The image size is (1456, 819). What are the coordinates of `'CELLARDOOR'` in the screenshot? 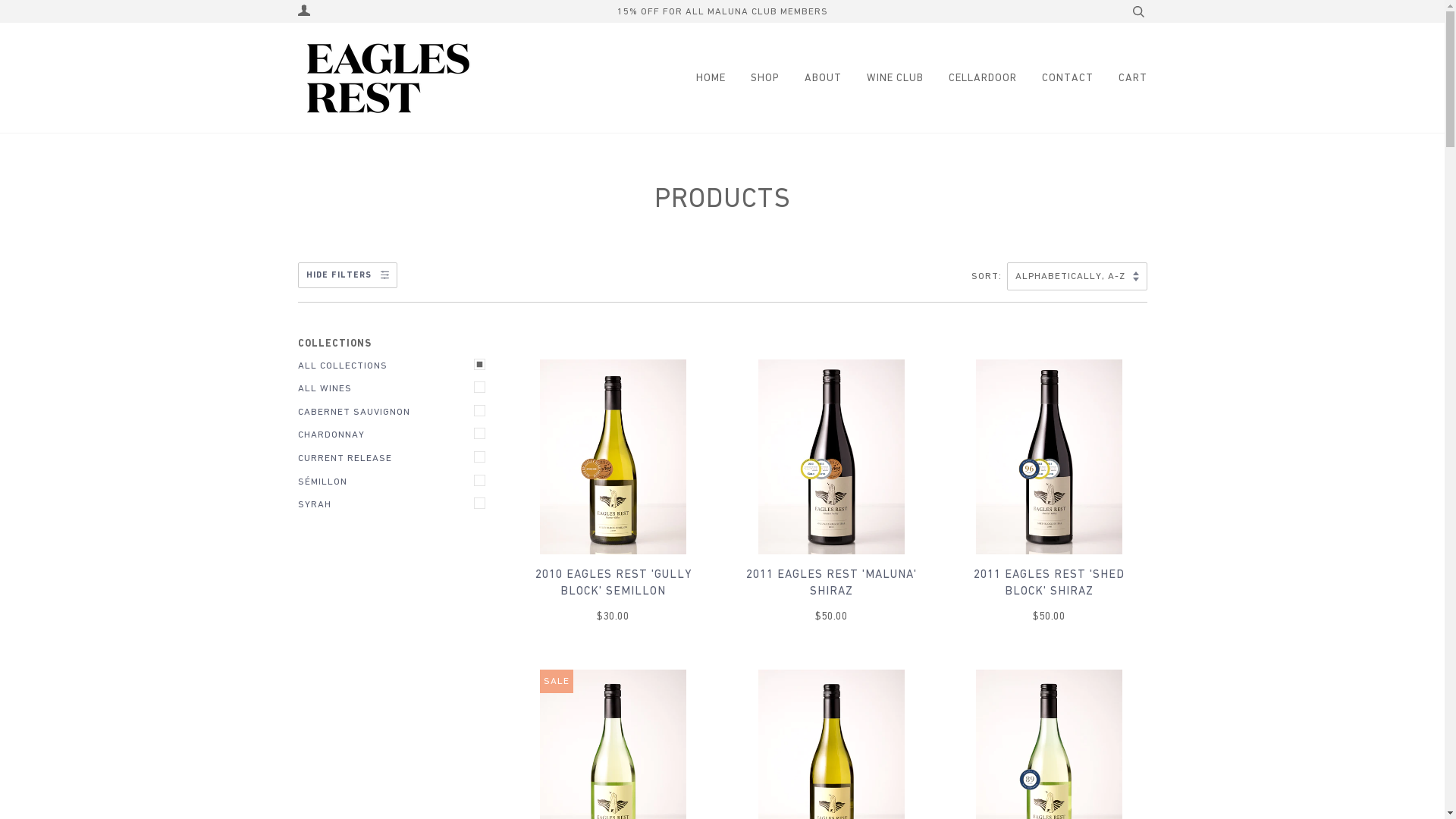 It's located at (971, 77).